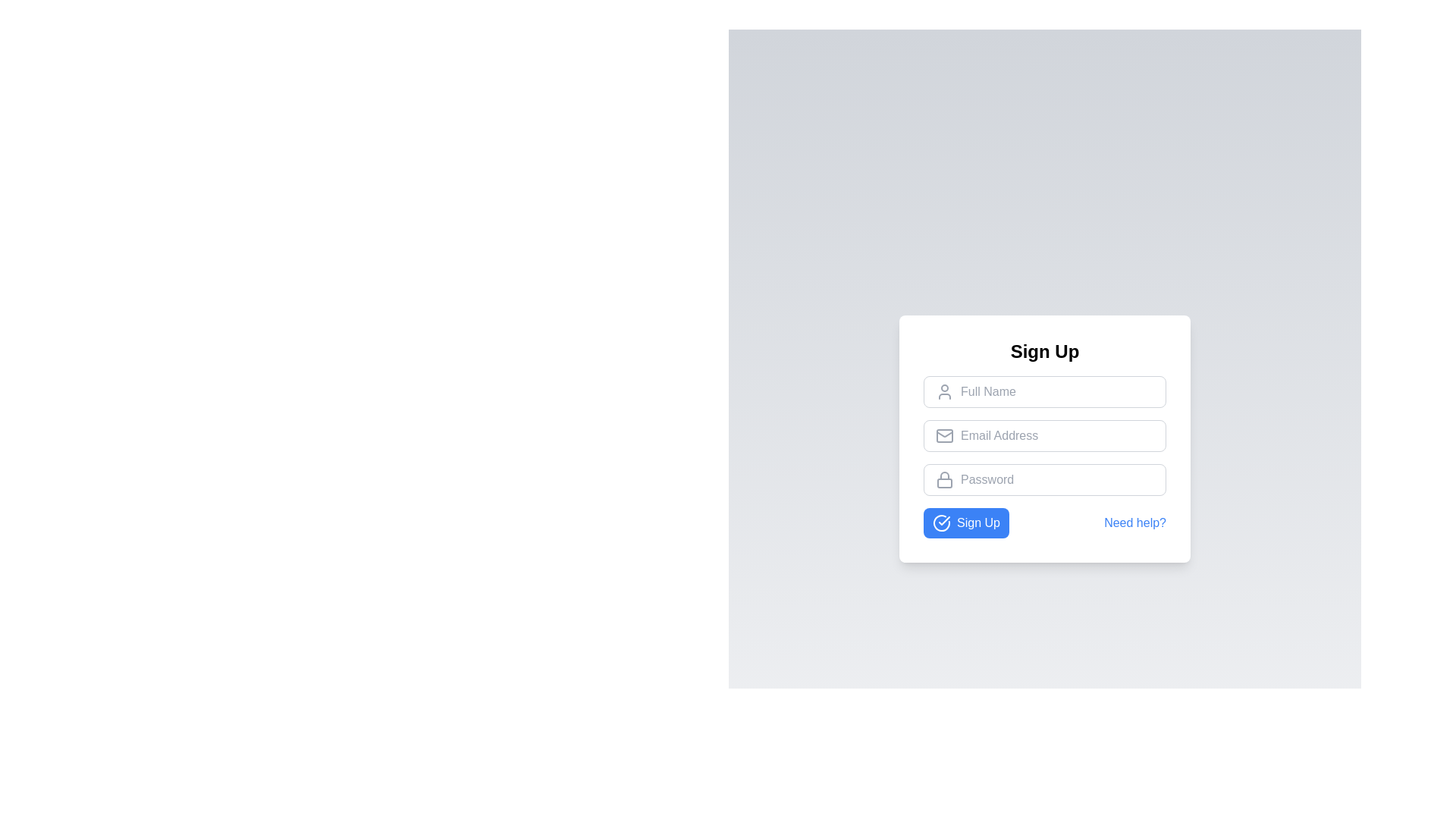 The image size is (1456, 819). What do you see at coordinates (944, 391) in the screenshot?
I see `the icon located on the left margin of the 'Full Name' input field, which visually indicates the purpose of the field` at bounding box center [944, 391].